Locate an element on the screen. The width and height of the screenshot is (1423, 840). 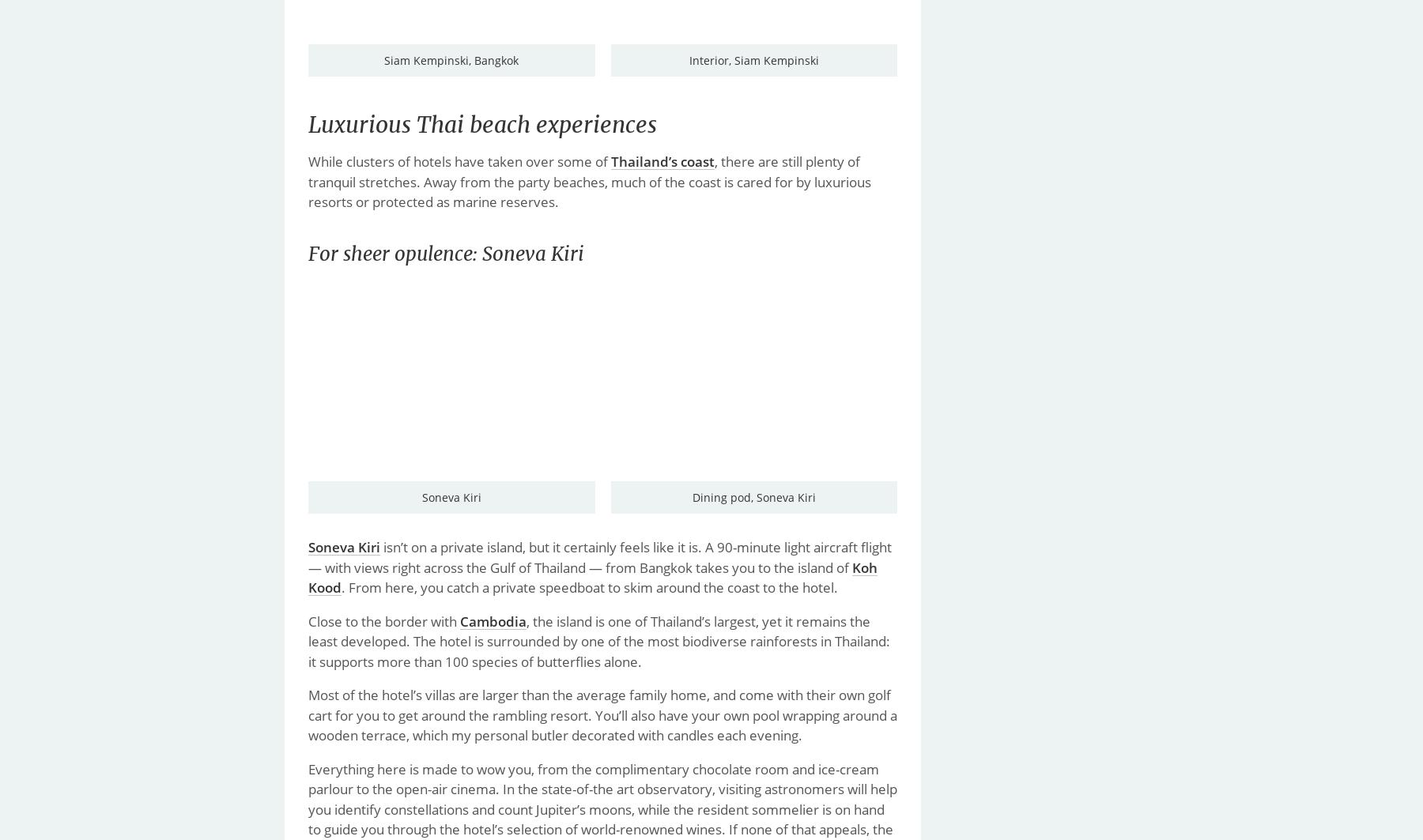
', there are still plenty of tranquil stretches. Away from the party beaches, much of the coast is cared for by luxurious resorts or protected as marine reserves.' is located at coordinates (588, 182).